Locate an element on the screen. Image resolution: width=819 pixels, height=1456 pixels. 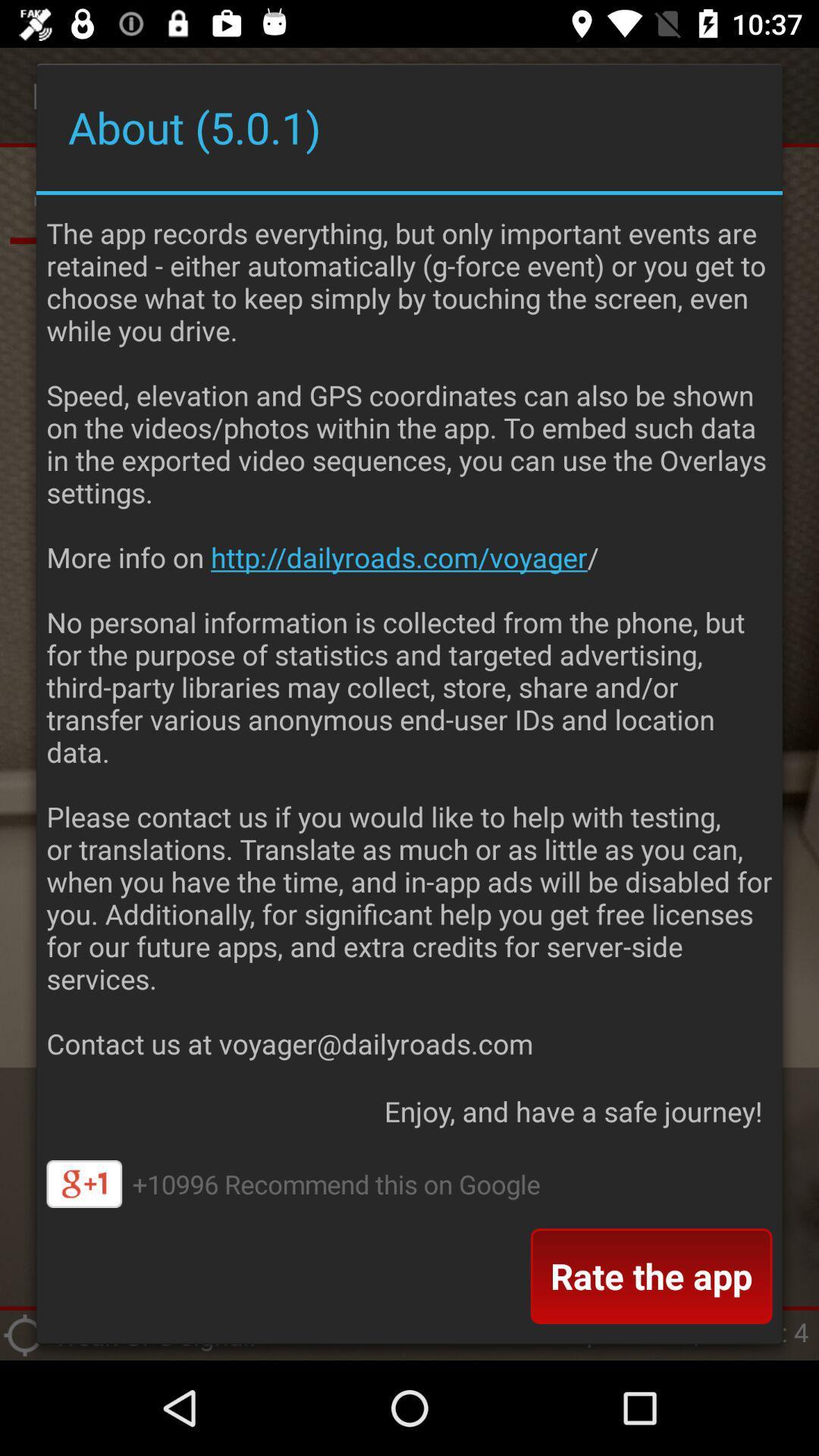
the dailyroads voyager allows item is located at coordinates (409, 633).